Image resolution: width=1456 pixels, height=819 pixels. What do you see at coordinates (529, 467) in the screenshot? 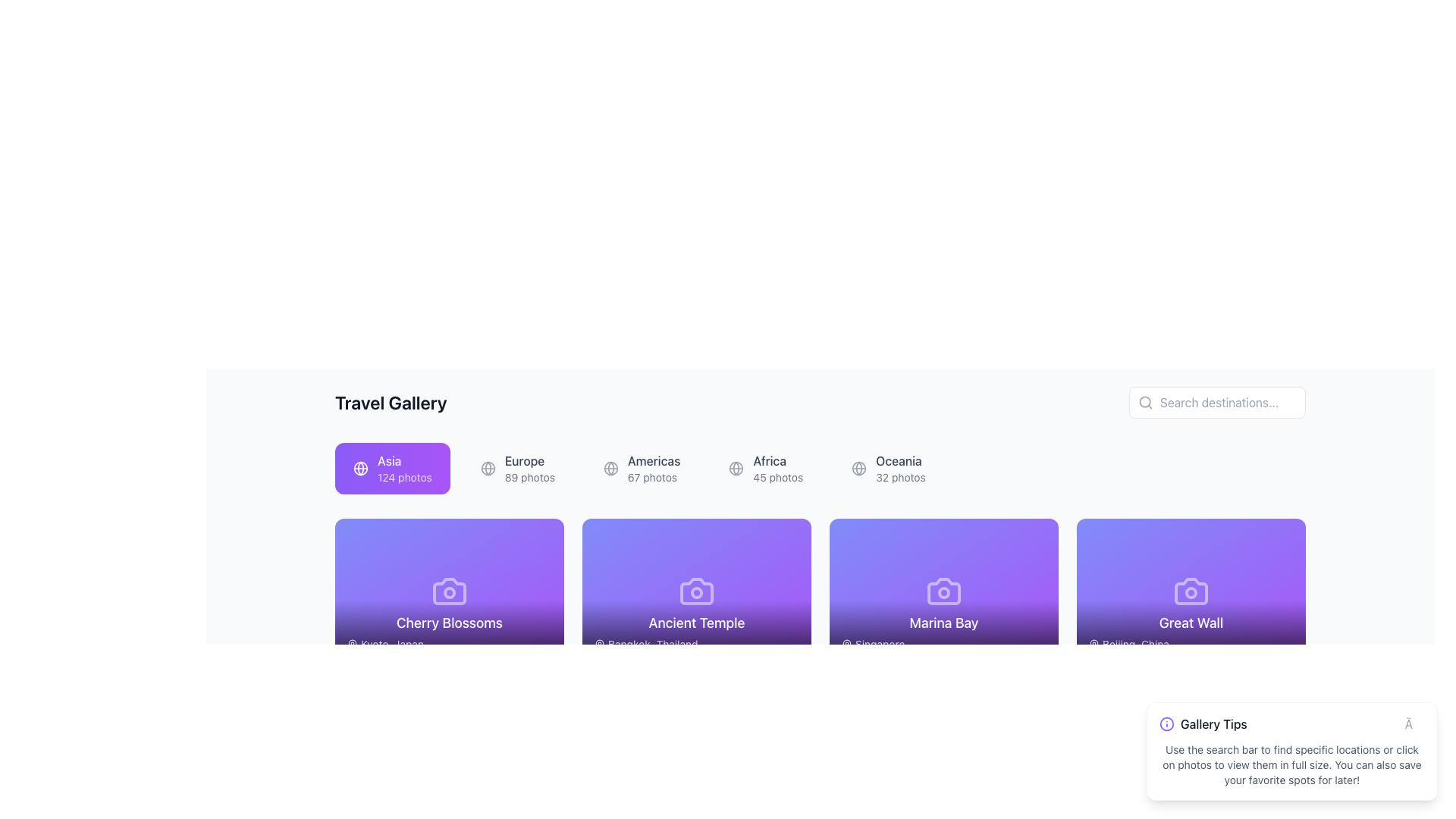
I see `the 'Europe' text element, which is styled in a medium-weight font and is part of the navigation section labeled 'Travel Gallery'` at bounding box center [529, 467].